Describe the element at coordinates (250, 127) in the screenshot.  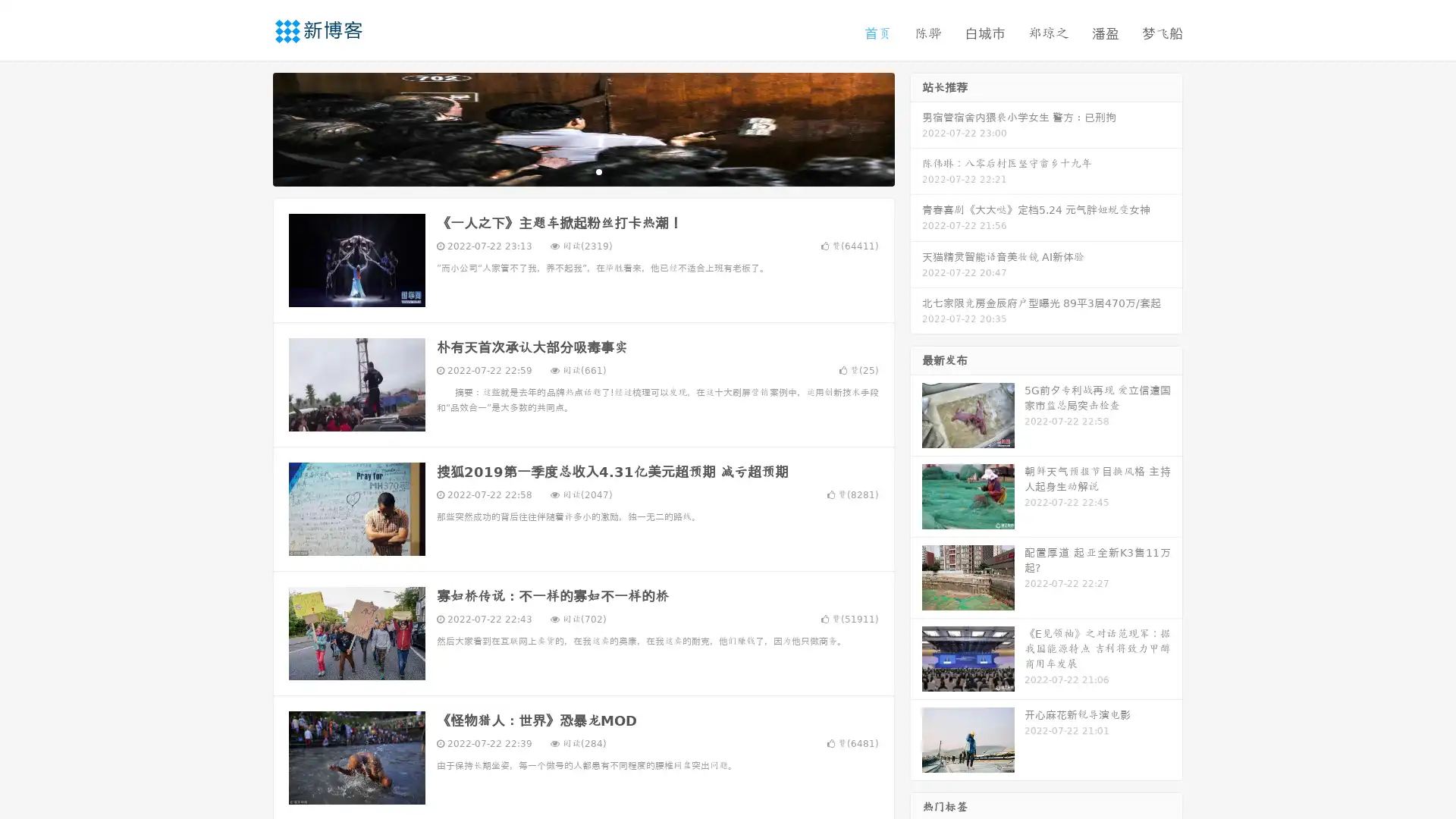
I see `Previous slide` at that location.